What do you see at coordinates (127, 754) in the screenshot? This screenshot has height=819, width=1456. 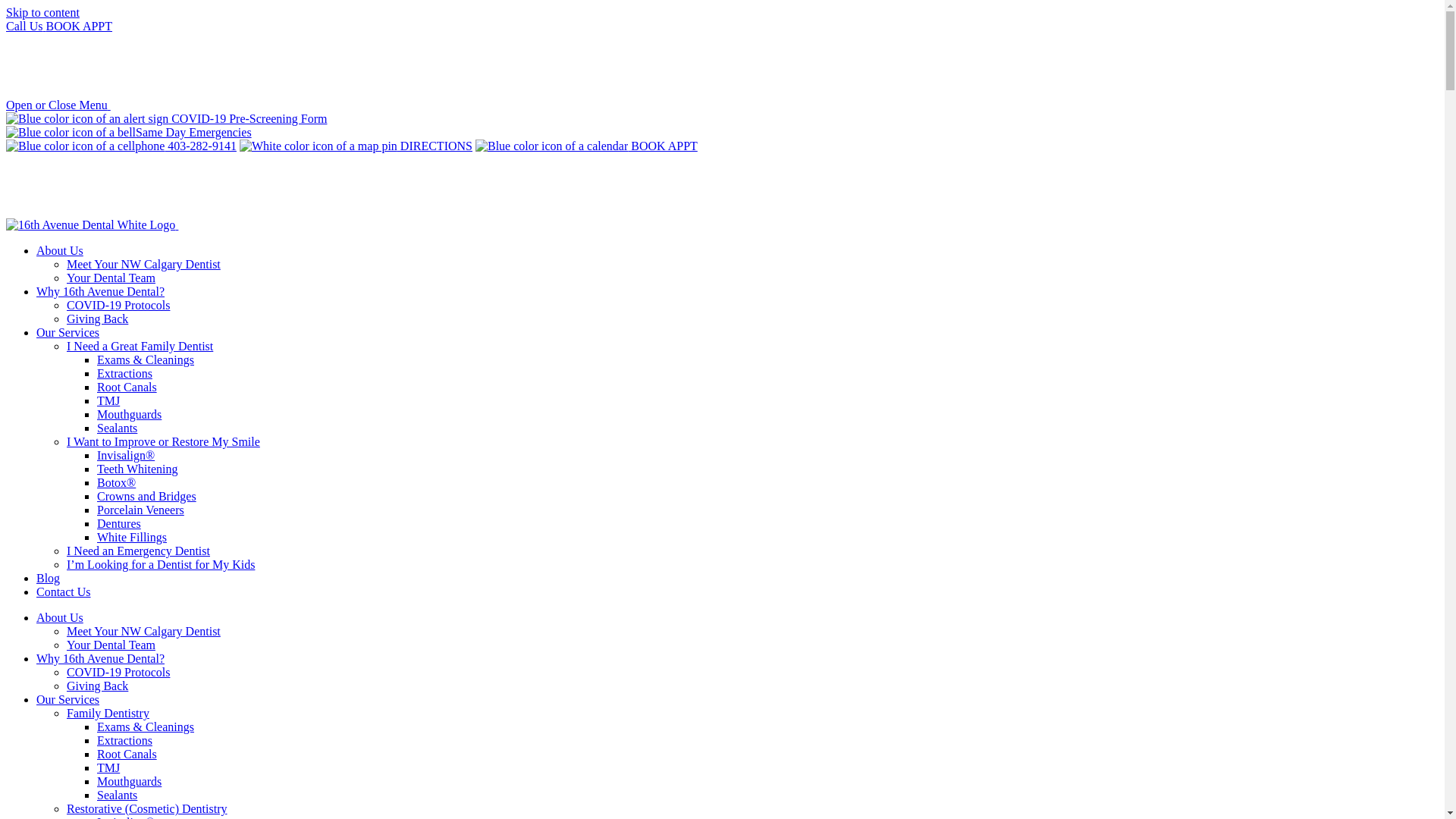 I see `'Root Canals'` at bounding box center [127, 754].